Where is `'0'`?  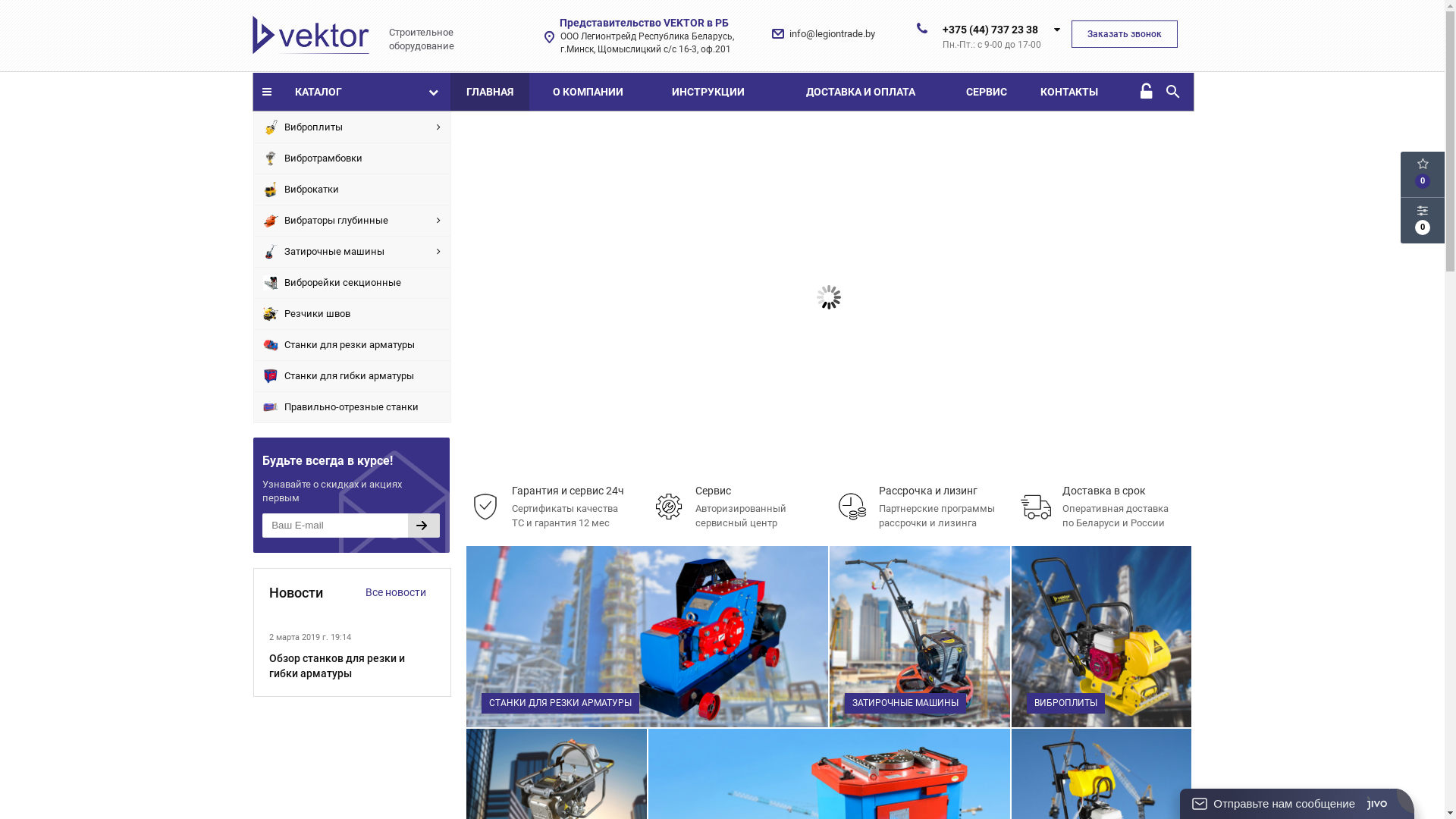
'0' is located at coordinates (1422, 174).